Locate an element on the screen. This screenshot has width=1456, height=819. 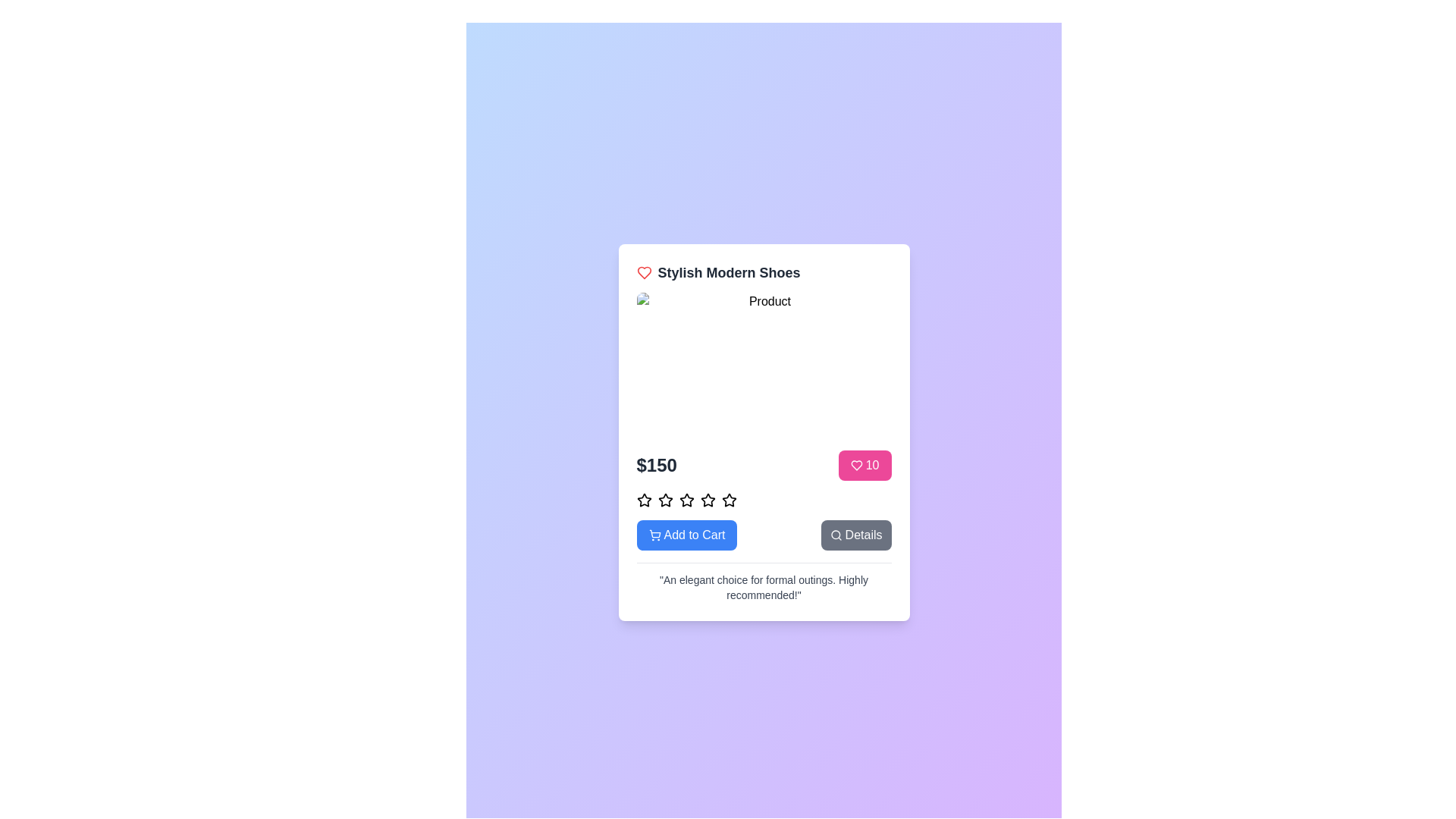
the outlined heart-shaped icon with a pink border, located on the left side of the pink button containing the number '10' is located at coordinates (856, 464).